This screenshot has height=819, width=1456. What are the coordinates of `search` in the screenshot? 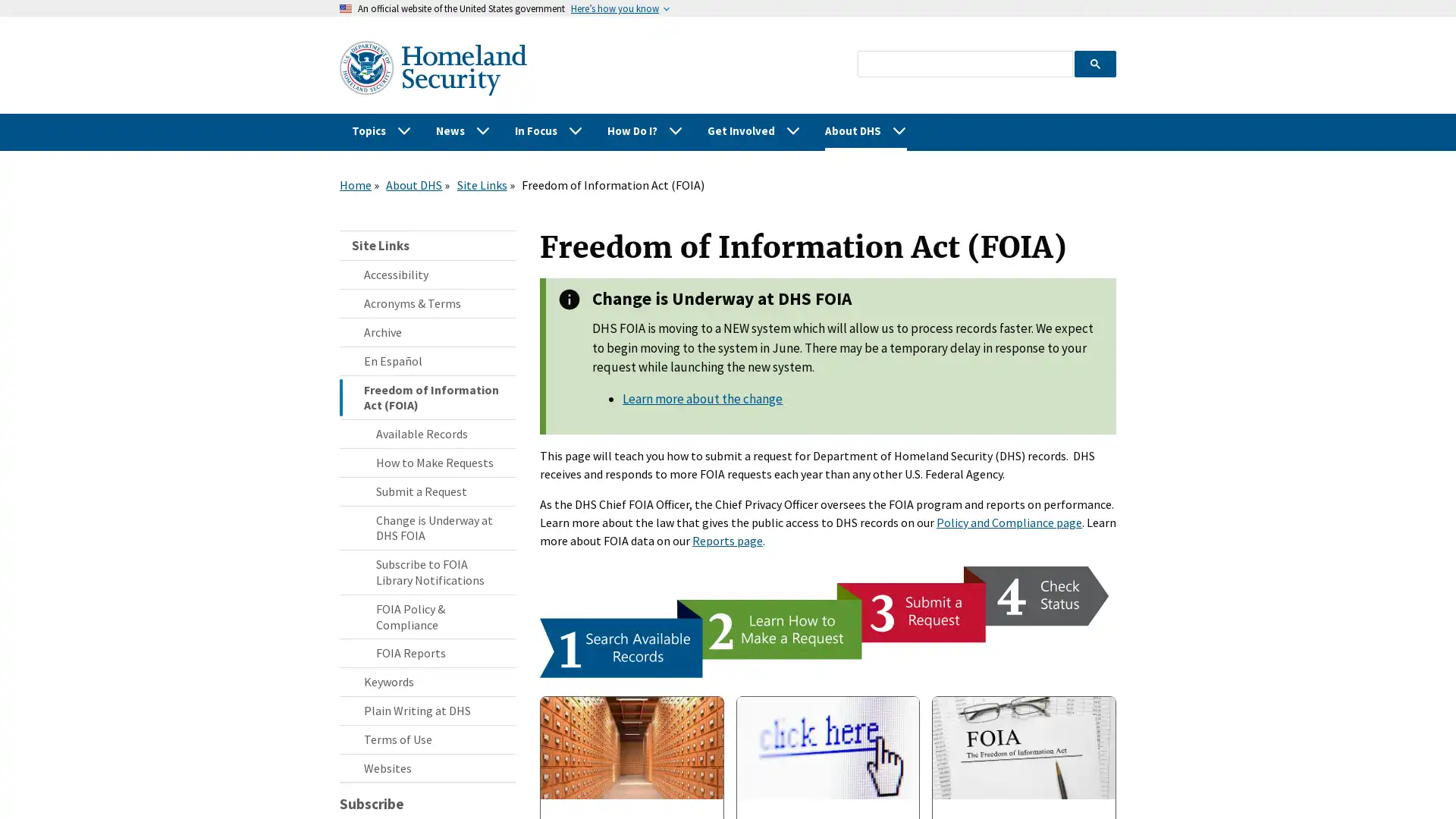 It's located at (1094, 62).